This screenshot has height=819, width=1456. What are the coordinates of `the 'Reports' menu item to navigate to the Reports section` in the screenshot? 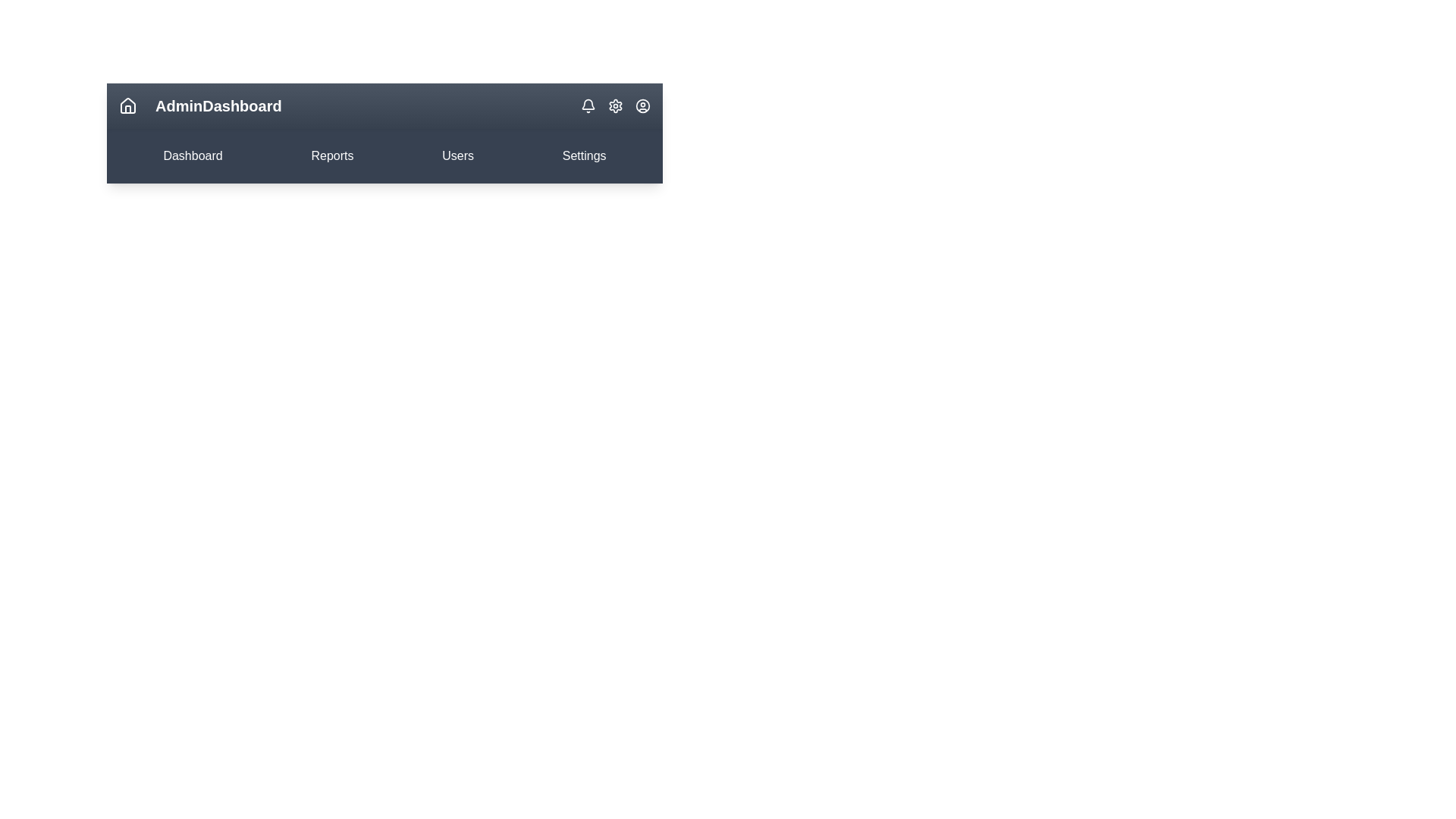 It's located at (331, 155).